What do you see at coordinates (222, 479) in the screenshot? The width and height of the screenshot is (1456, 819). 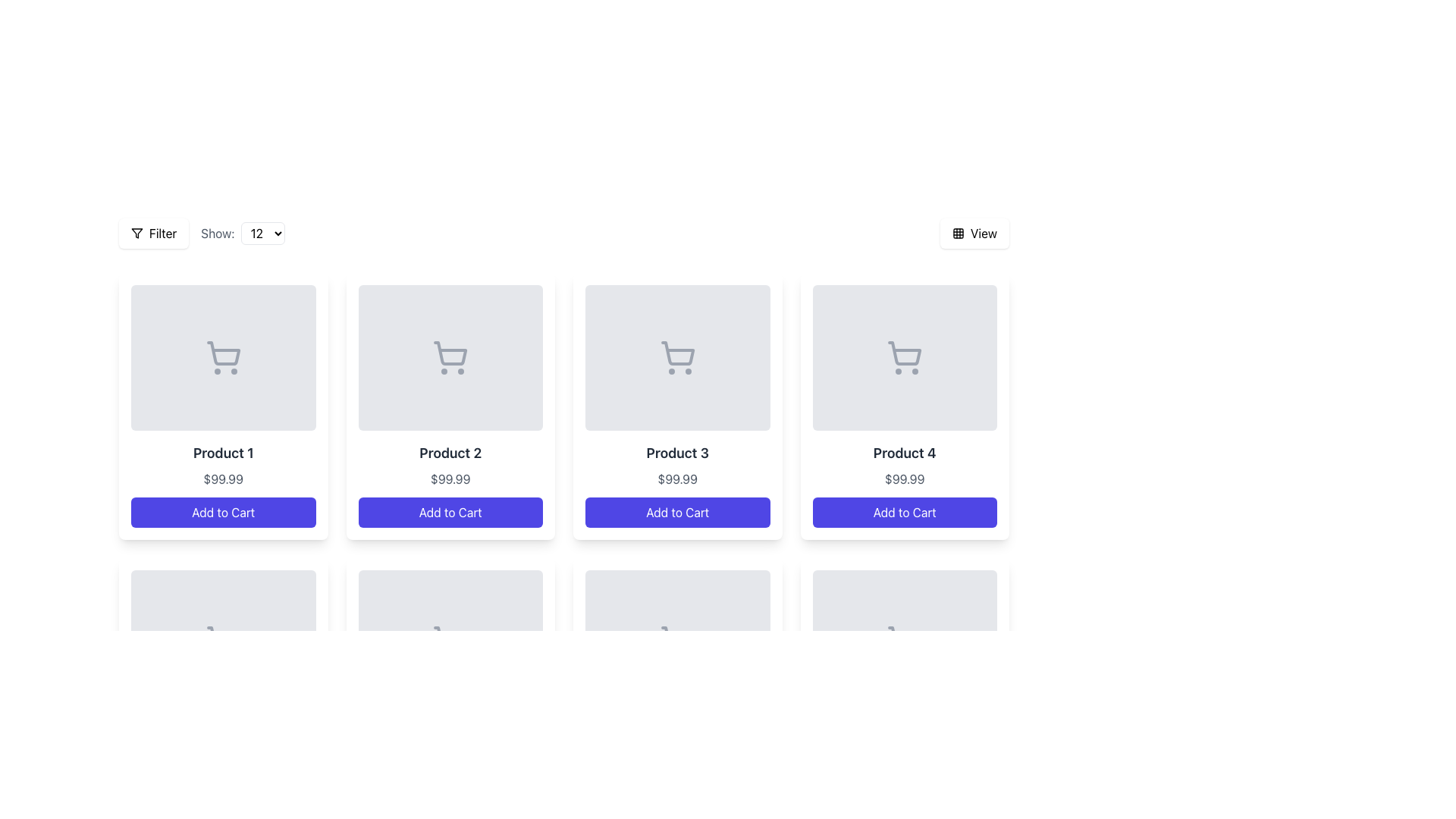 I see `the price text label displaying '$99.99', which is positioned below the product name 'Product 1' and above the 'Add to Cart' button` at bounding box center [222, 479].